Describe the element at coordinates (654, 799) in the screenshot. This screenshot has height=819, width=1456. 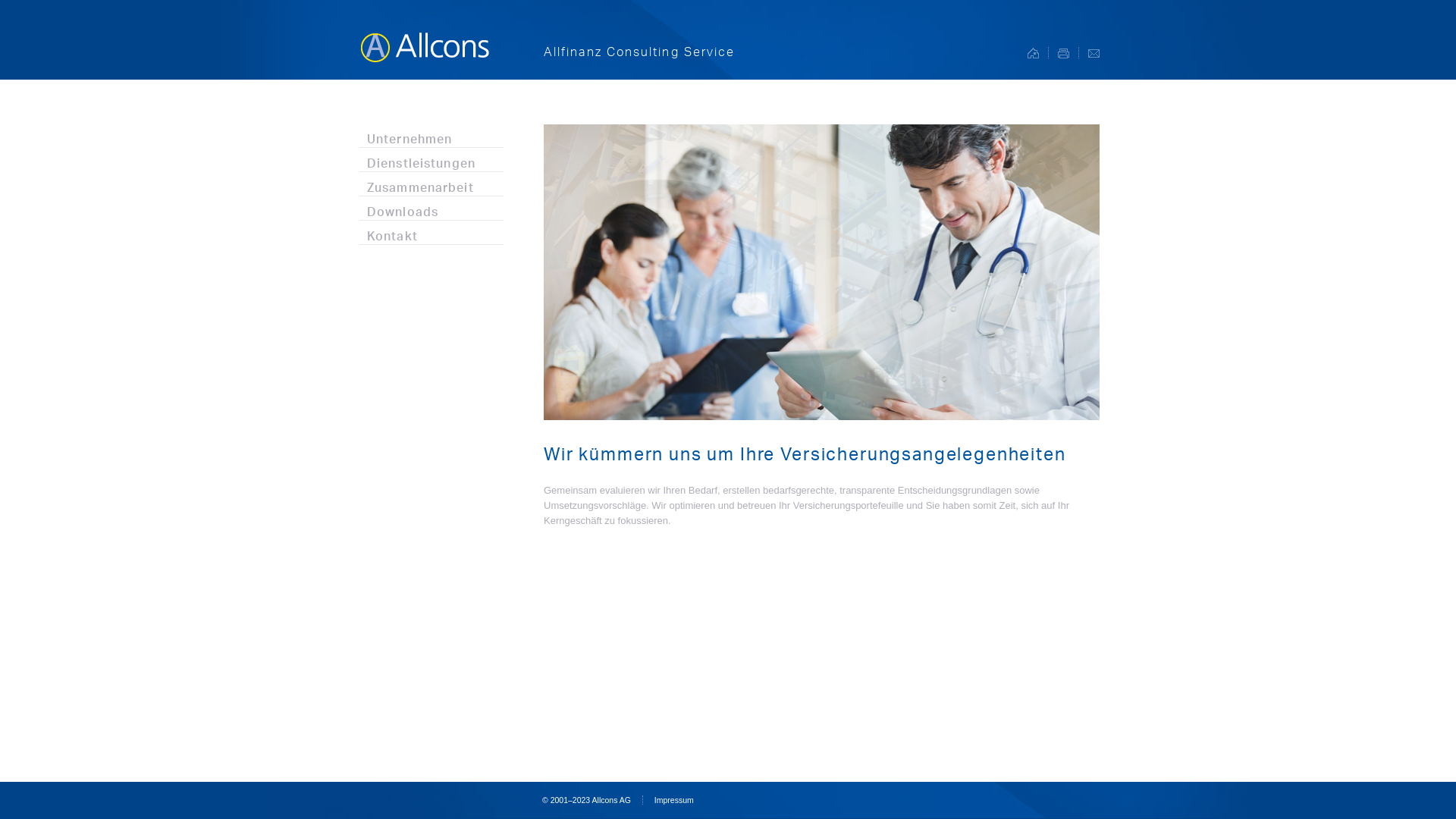
I see `'Impressum'` at that location.